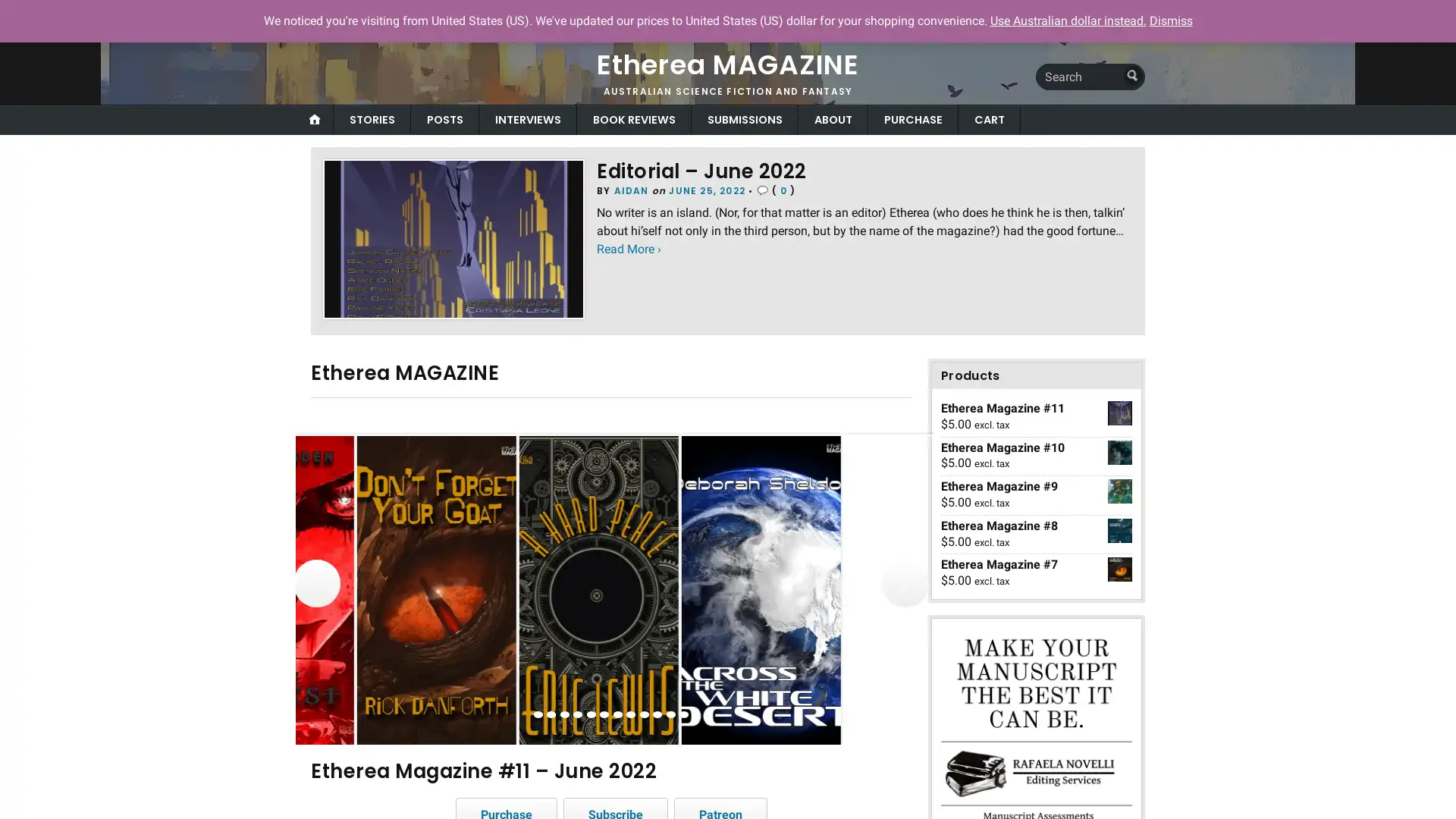  What do you see at coordinates (589, 714) in the screenshot?
I see `view image 5 of 12 in carousel` at bounding box center [589, 714].